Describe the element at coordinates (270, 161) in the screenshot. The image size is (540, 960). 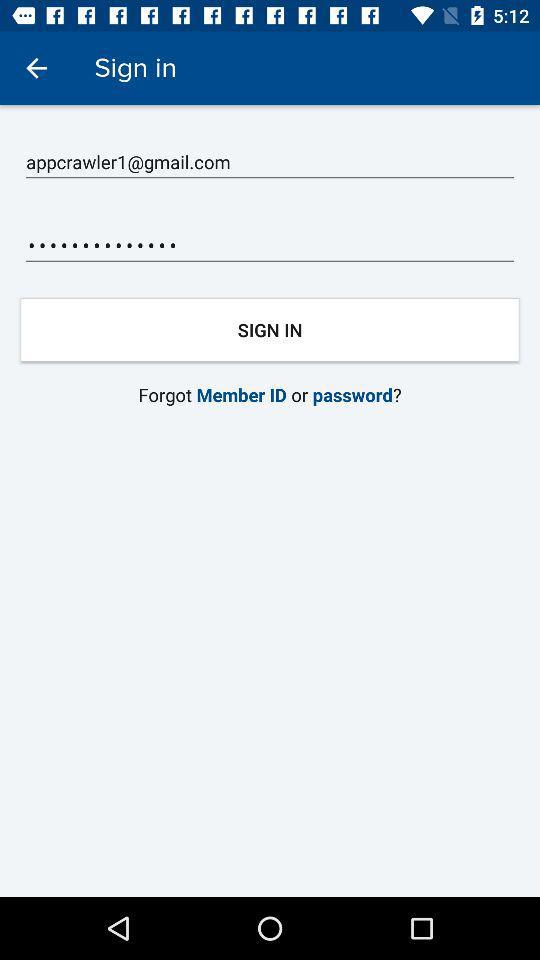
I see `icon below the sign in item` at that location.